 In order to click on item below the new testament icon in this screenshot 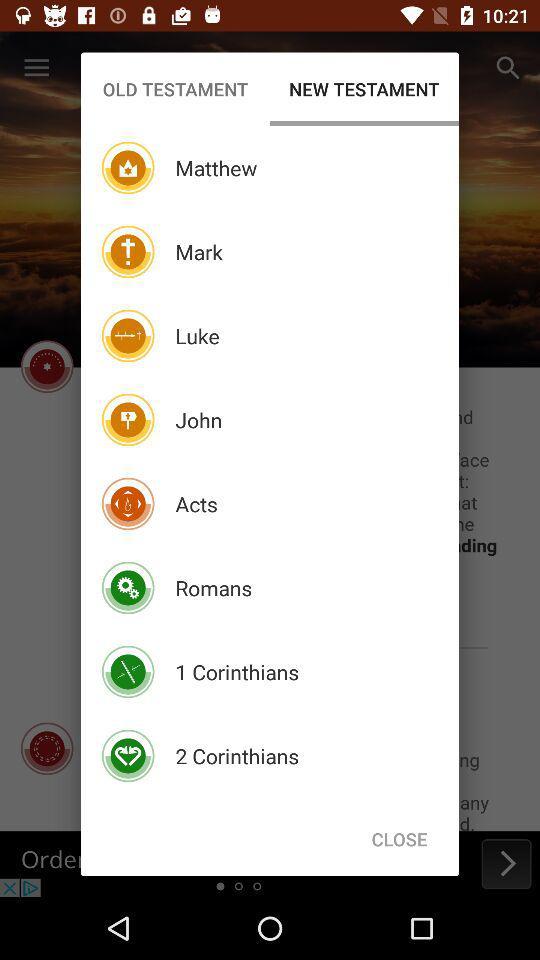, I will do `click(399, 839)`.